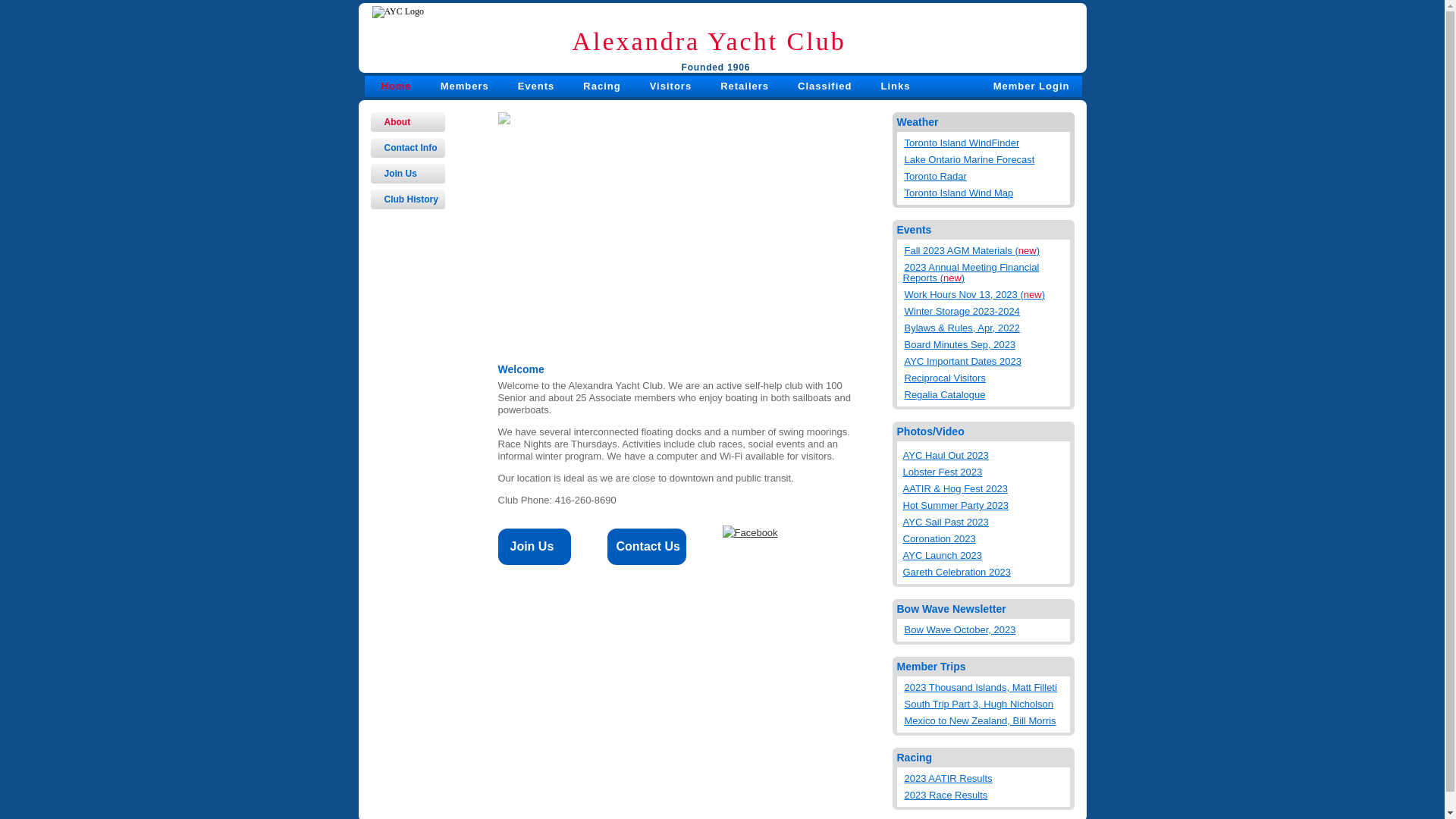 Image resolution: width=1456 pixels, height=819 pixels. Describe the element at coordinates (370, 121) in the screenshot. I see `'About'` at that location.